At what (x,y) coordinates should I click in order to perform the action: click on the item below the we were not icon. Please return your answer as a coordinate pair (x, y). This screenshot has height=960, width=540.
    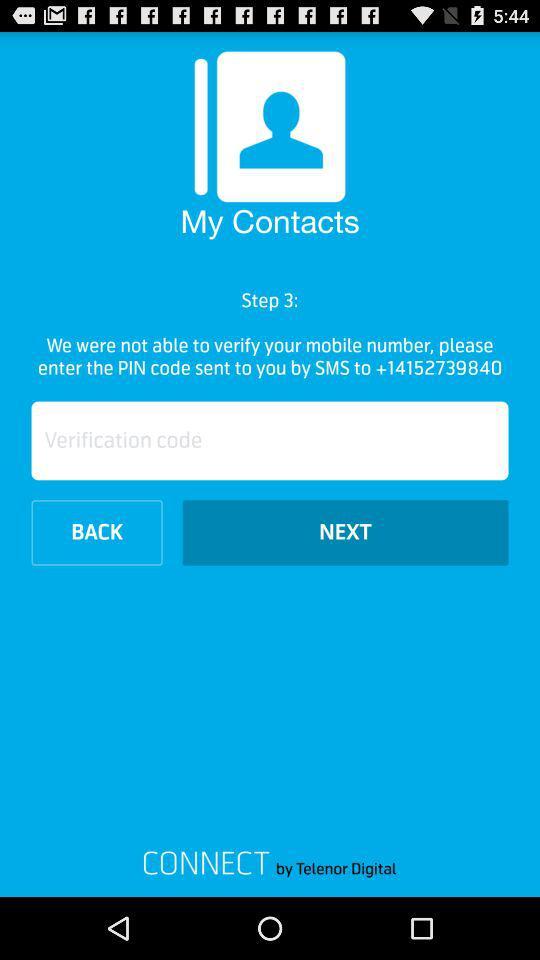
    Looking at the image, I should click on (270, 440).